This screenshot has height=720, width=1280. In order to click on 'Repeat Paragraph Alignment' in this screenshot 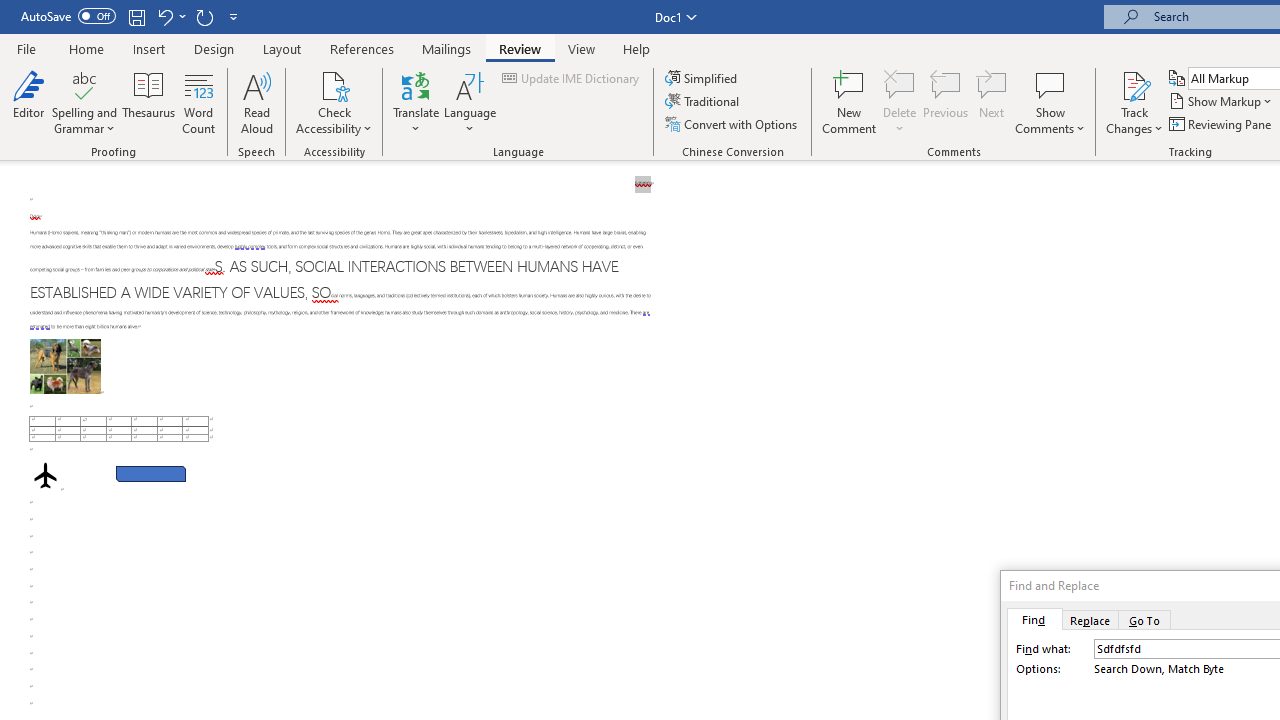, I will do `click(204, 16)`.